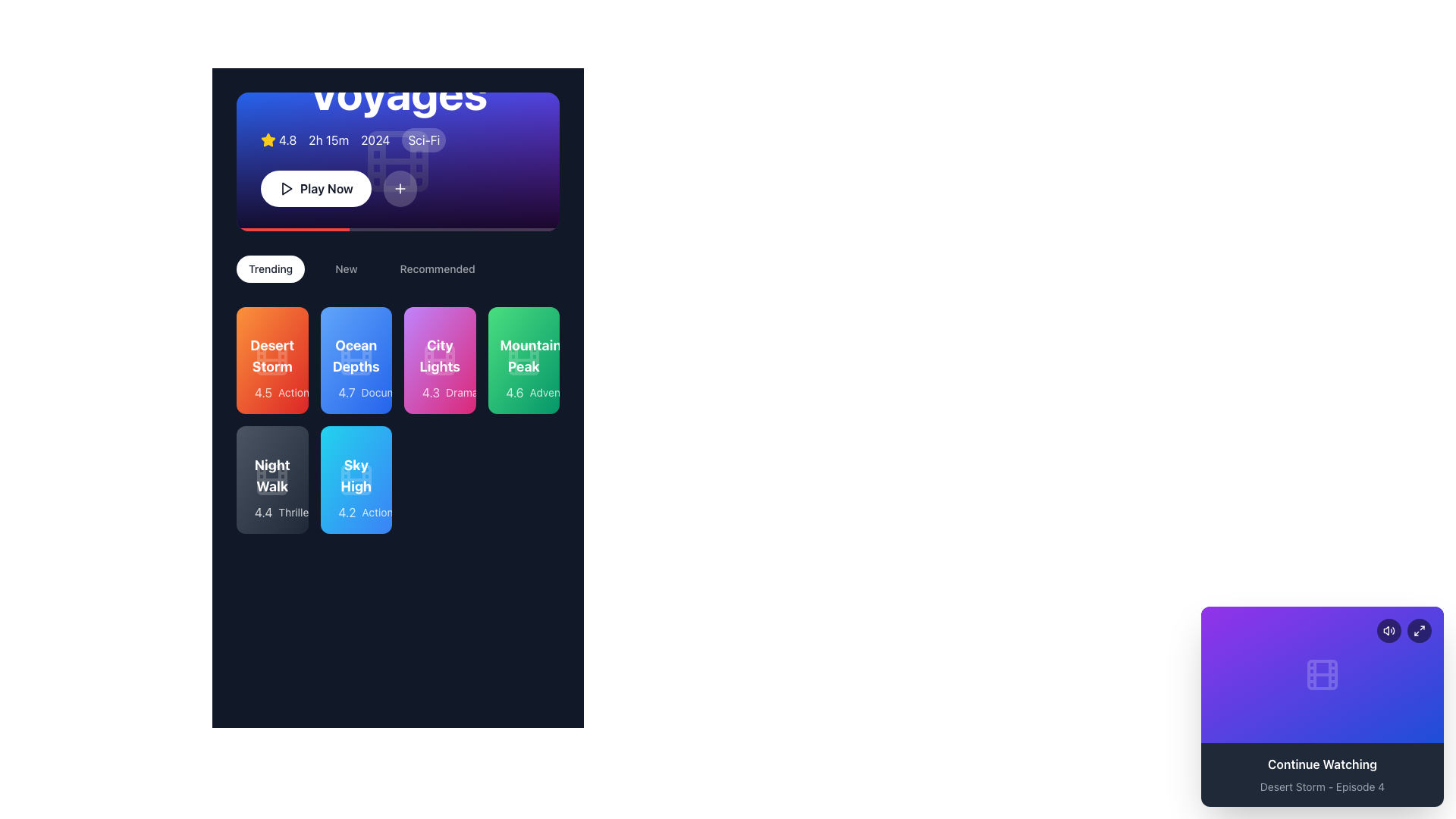 This screenshot has height=819, width=1456. What do you see at coordinates (340, 514) in the screenshot?
I see `the yellow star-shaped graphic icon representing a rating in the 'Sky High' card, associated with the 4.2 rating` at bounding box center [340, 514].